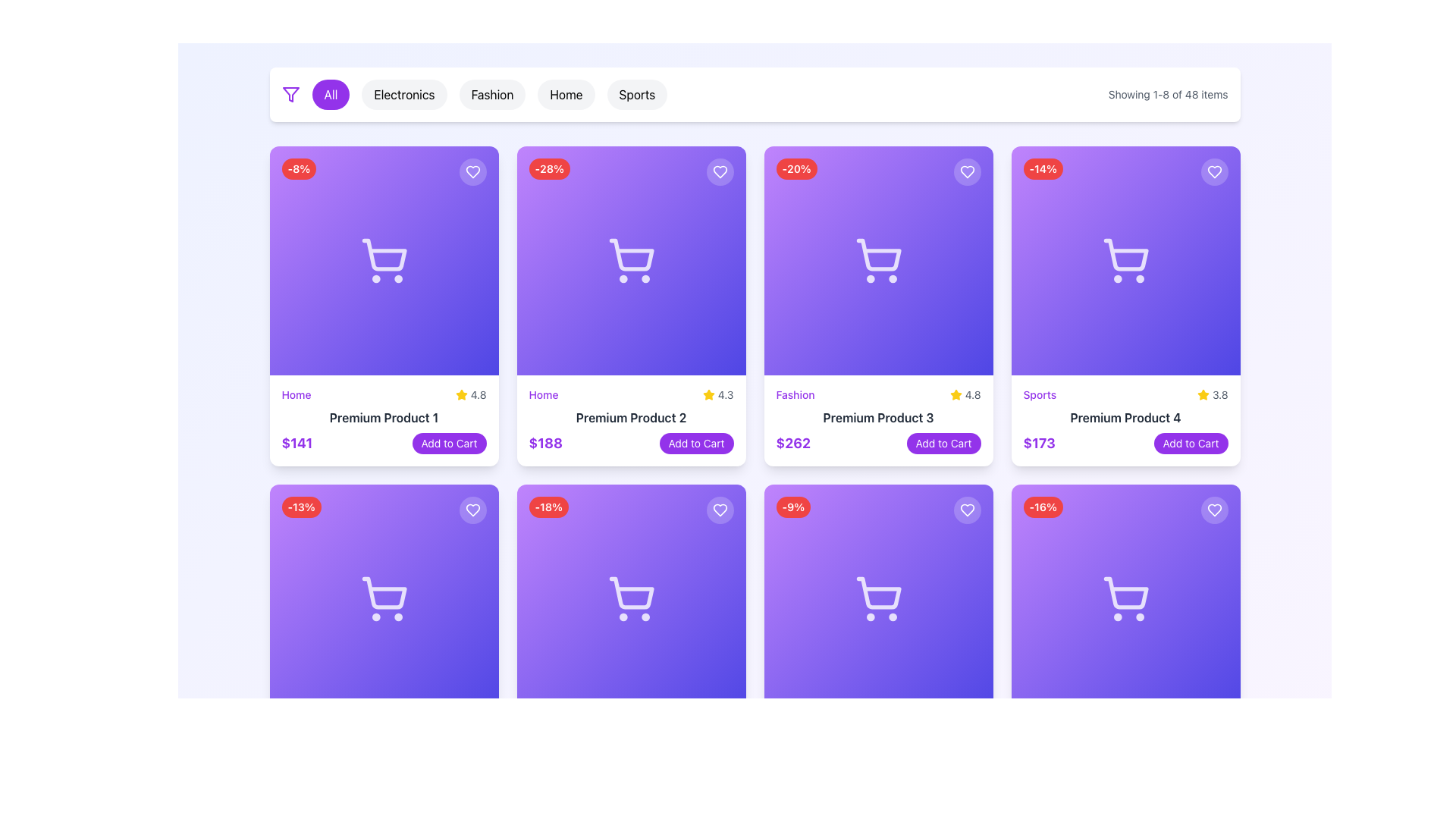  I want to click on the yellow star-shaped rating icon located at the upper-right corner of the 'Premium Product 4' card, next to the rating text '3.8', so click(1203, 394).